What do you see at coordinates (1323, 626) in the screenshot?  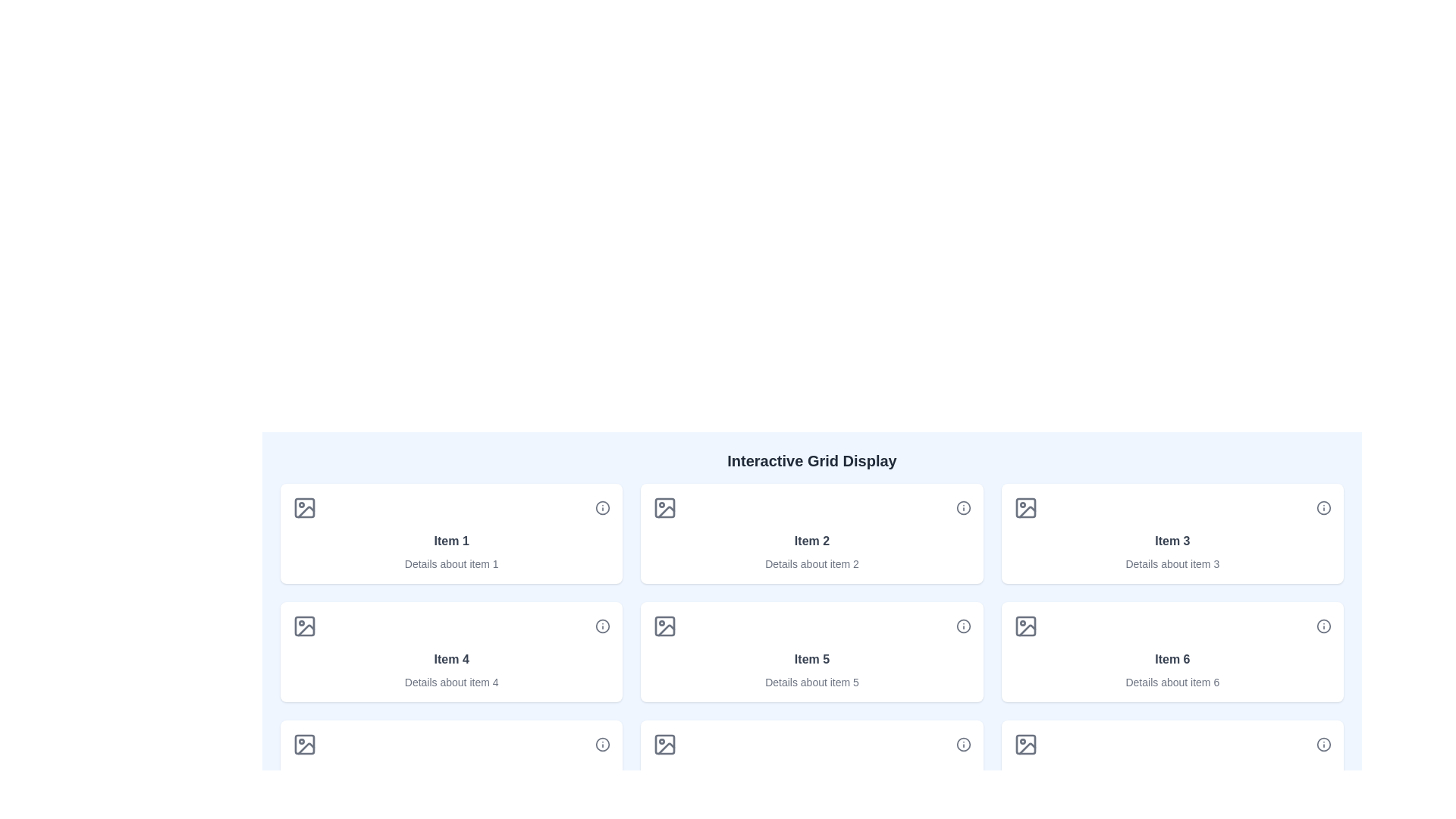 I see `the circular SVG graphical element styled as an information icon located at the far right of the grid item labeled 'Item 6'` at bounding box center [1323, 626].